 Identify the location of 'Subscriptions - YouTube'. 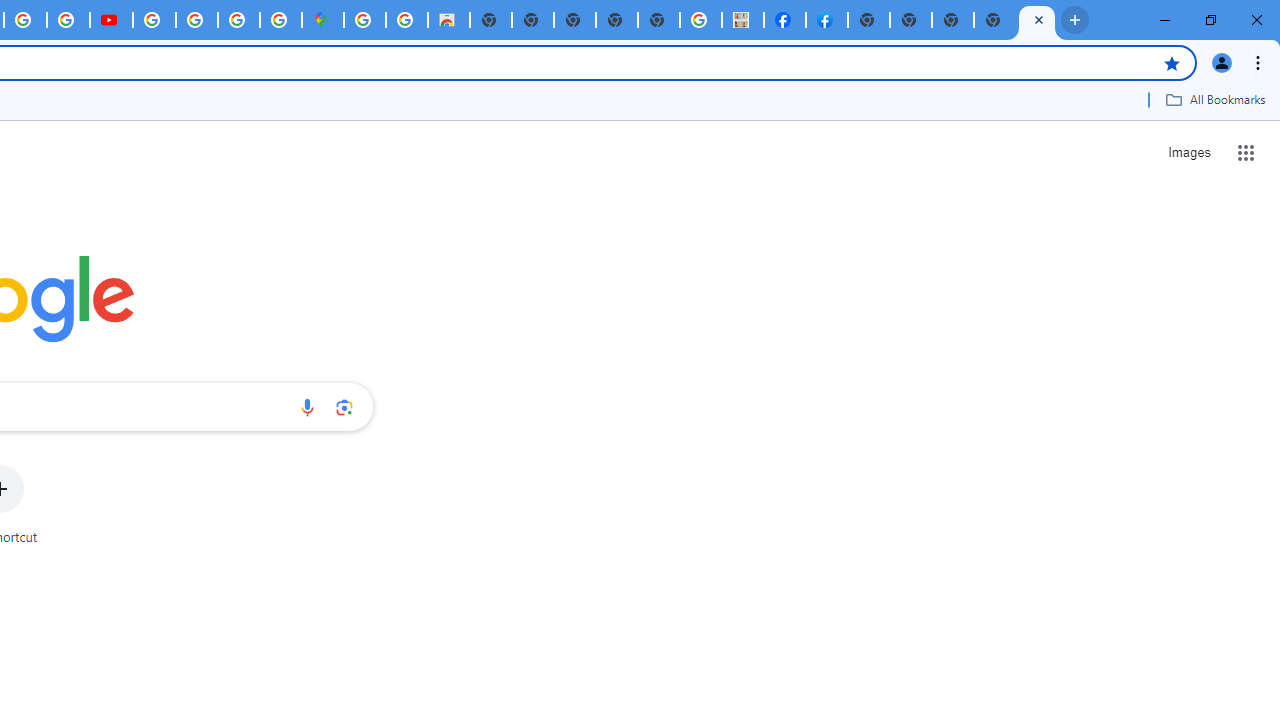
(110, 20).